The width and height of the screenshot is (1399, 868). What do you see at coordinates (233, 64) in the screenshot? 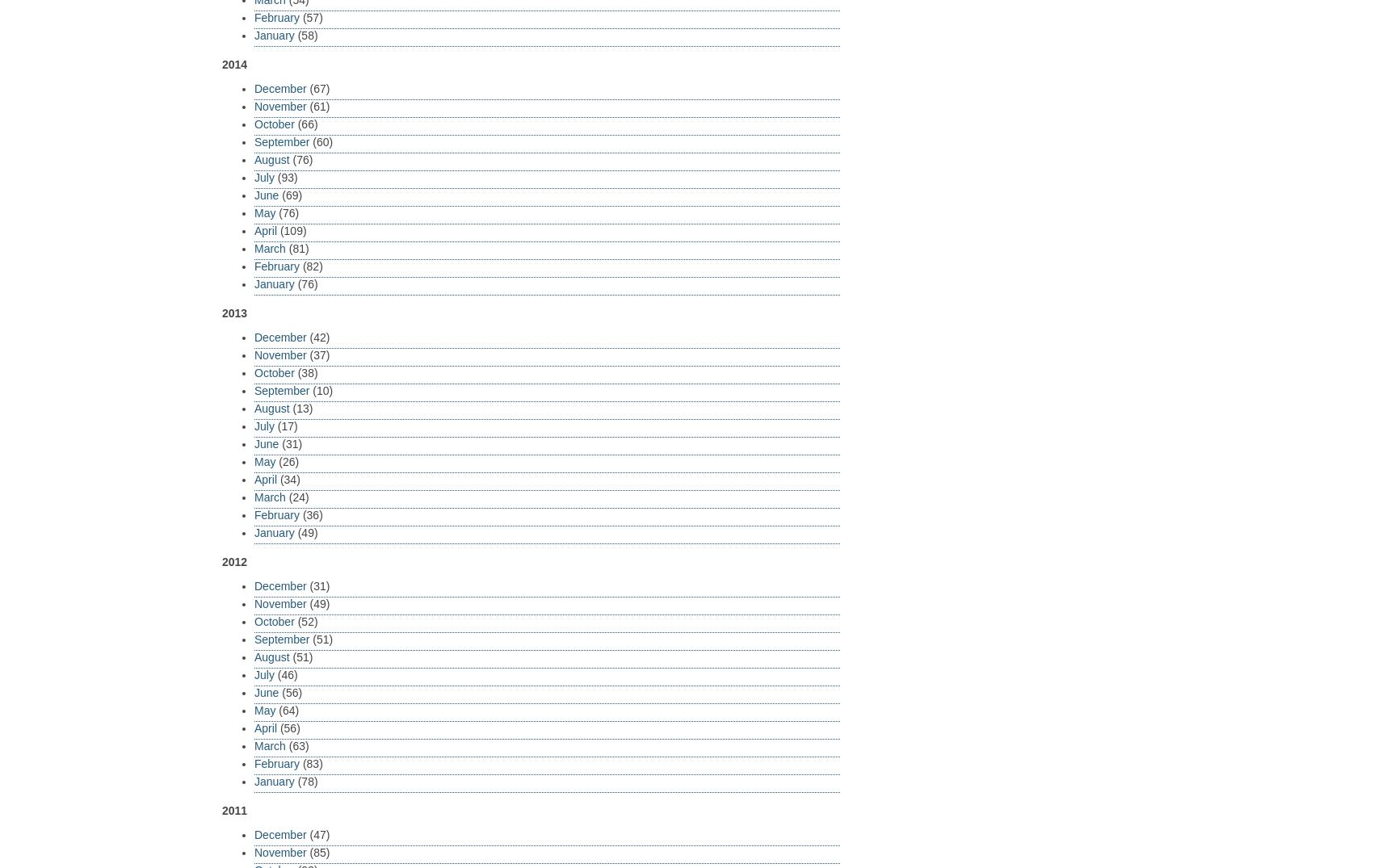
I see `'2014'` at bounding box center [233, 64].